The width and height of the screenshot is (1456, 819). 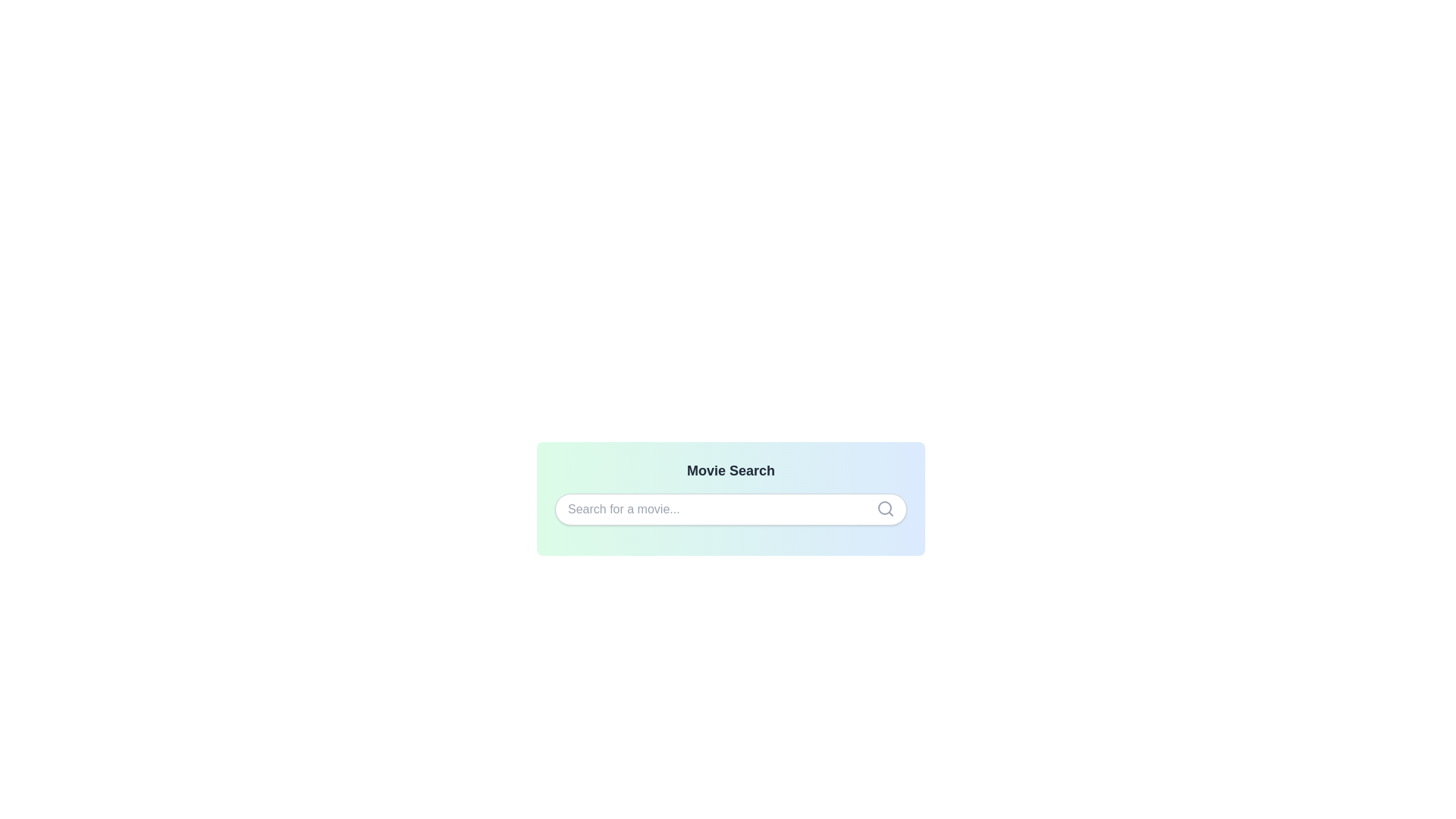 I want to click on the input field of the Search panel to focus on it, enabling the user to enter movie names for searching, so click(x=731, y=499).